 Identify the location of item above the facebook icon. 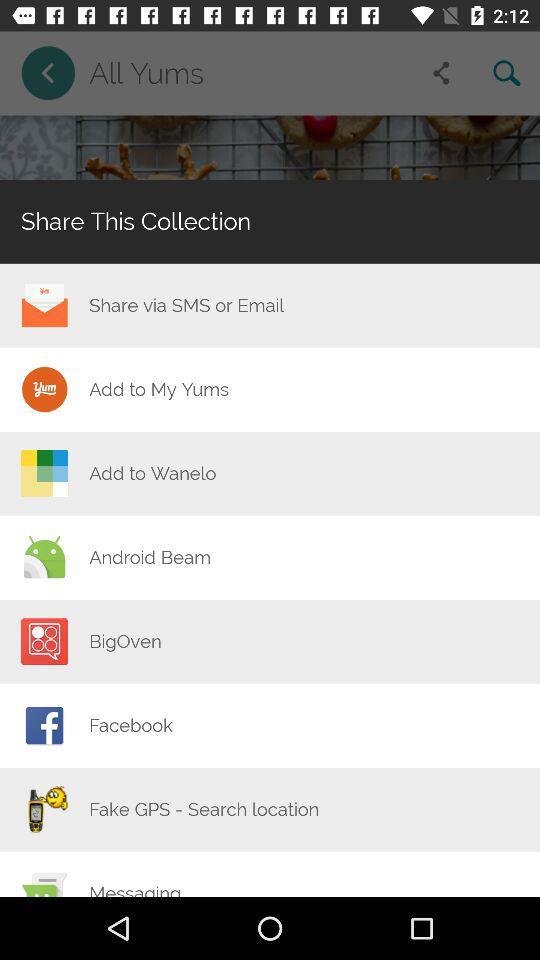
(125, 640).